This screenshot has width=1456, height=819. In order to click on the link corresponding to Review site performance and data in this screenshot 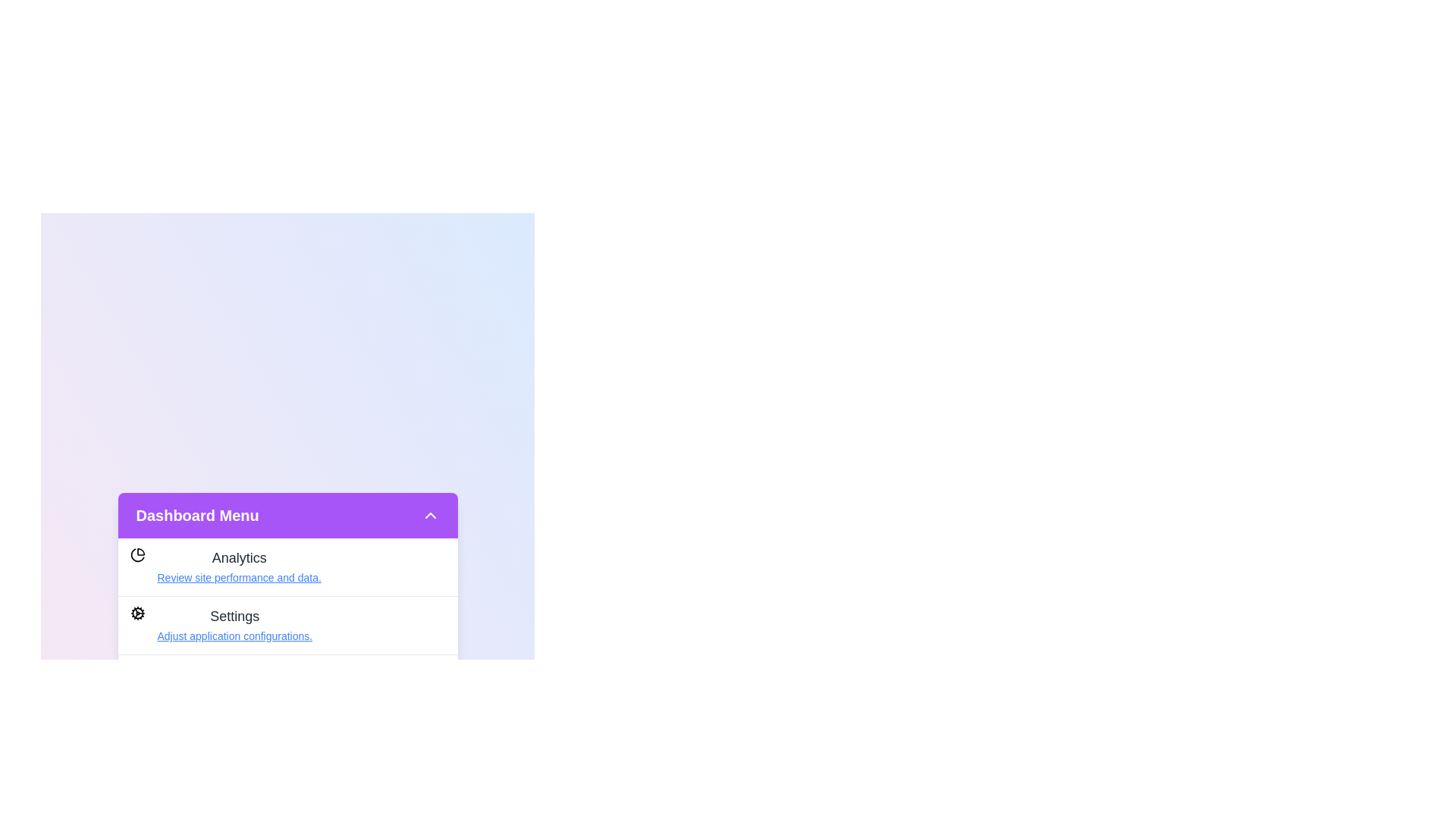, I will do `click(238, 578)`.